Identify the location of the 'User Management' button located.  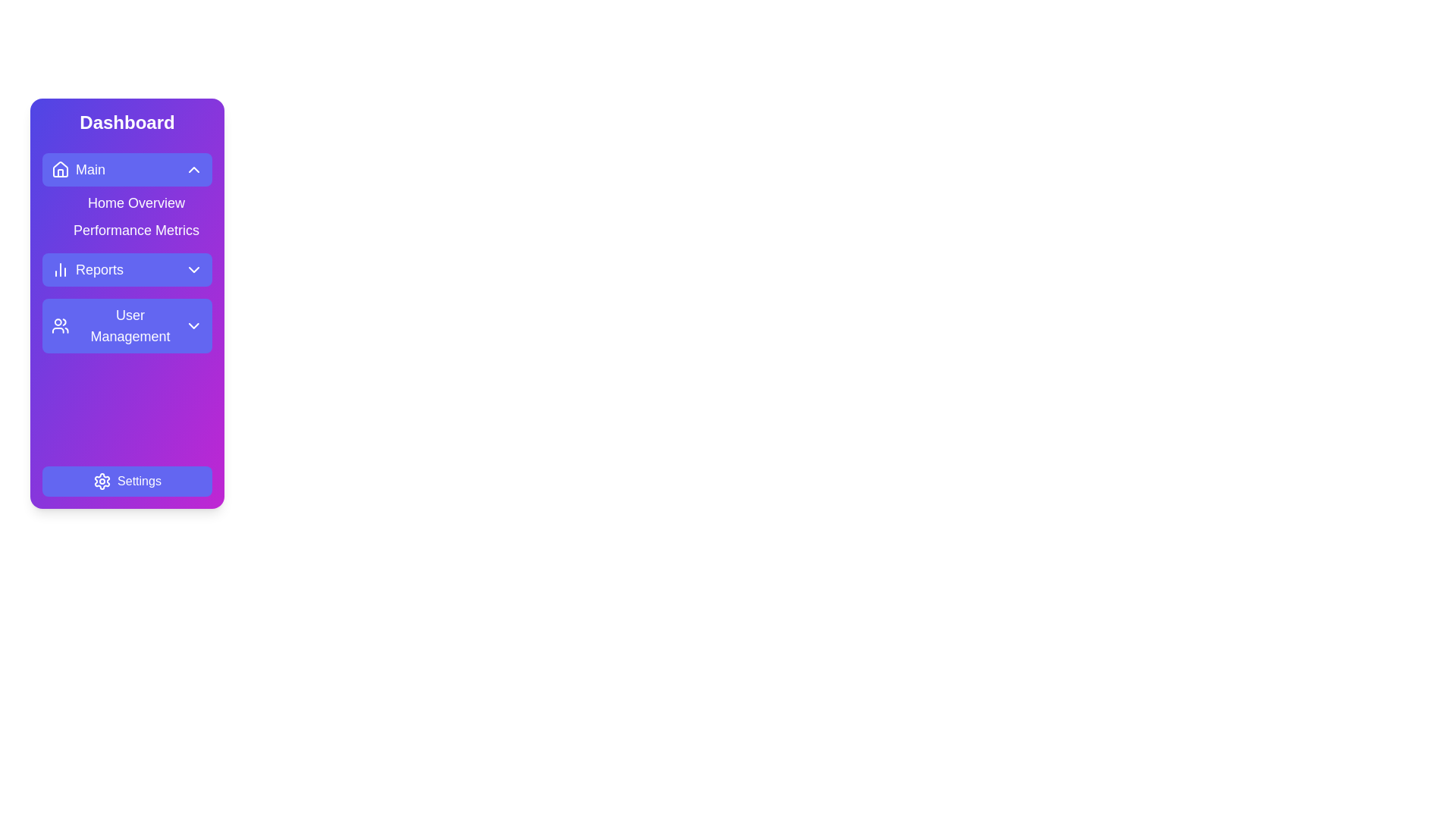
(127, 325).